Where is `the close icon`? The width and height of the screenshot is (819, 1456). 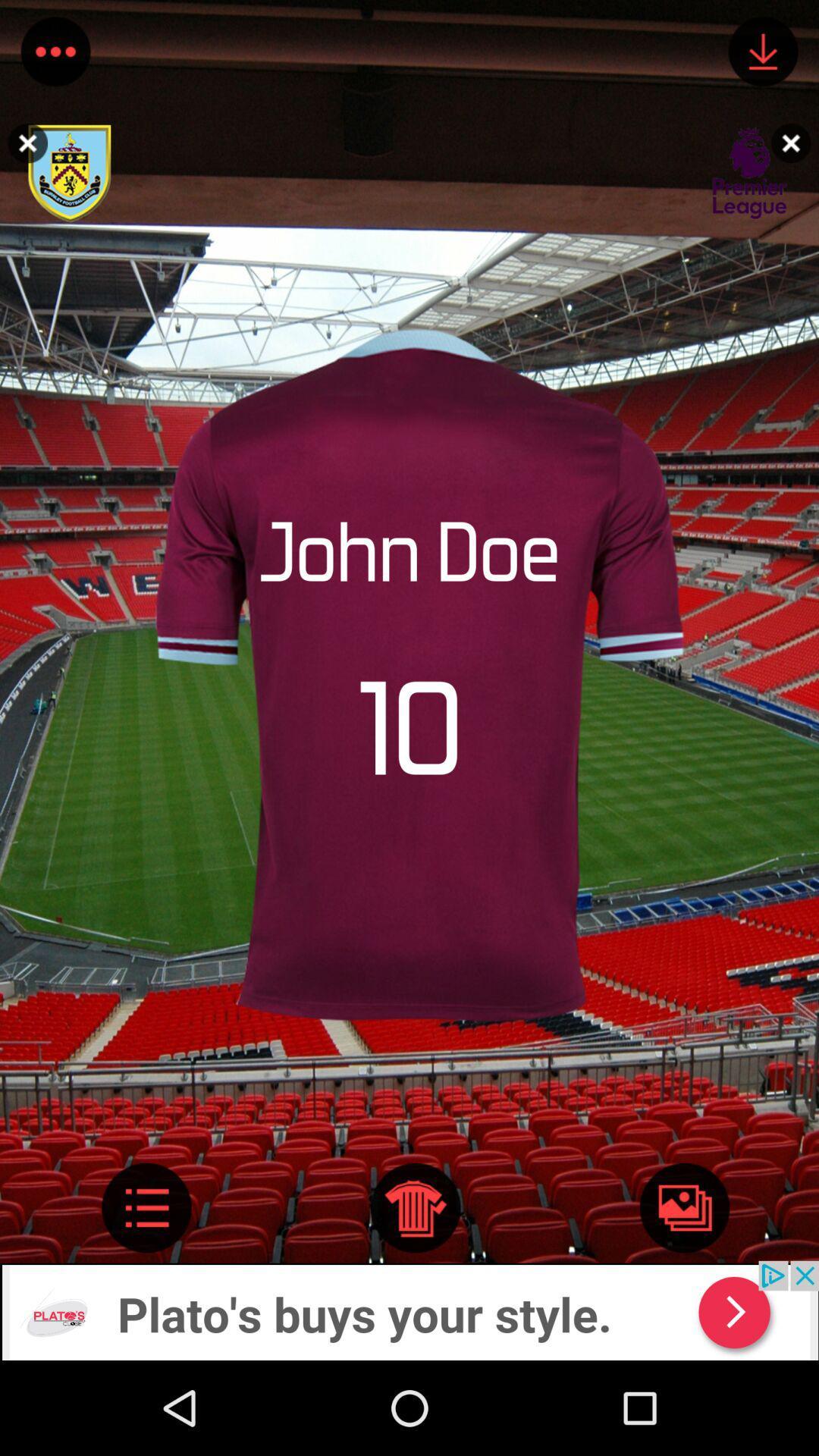
the close icon is located at coordinates (794, 143).